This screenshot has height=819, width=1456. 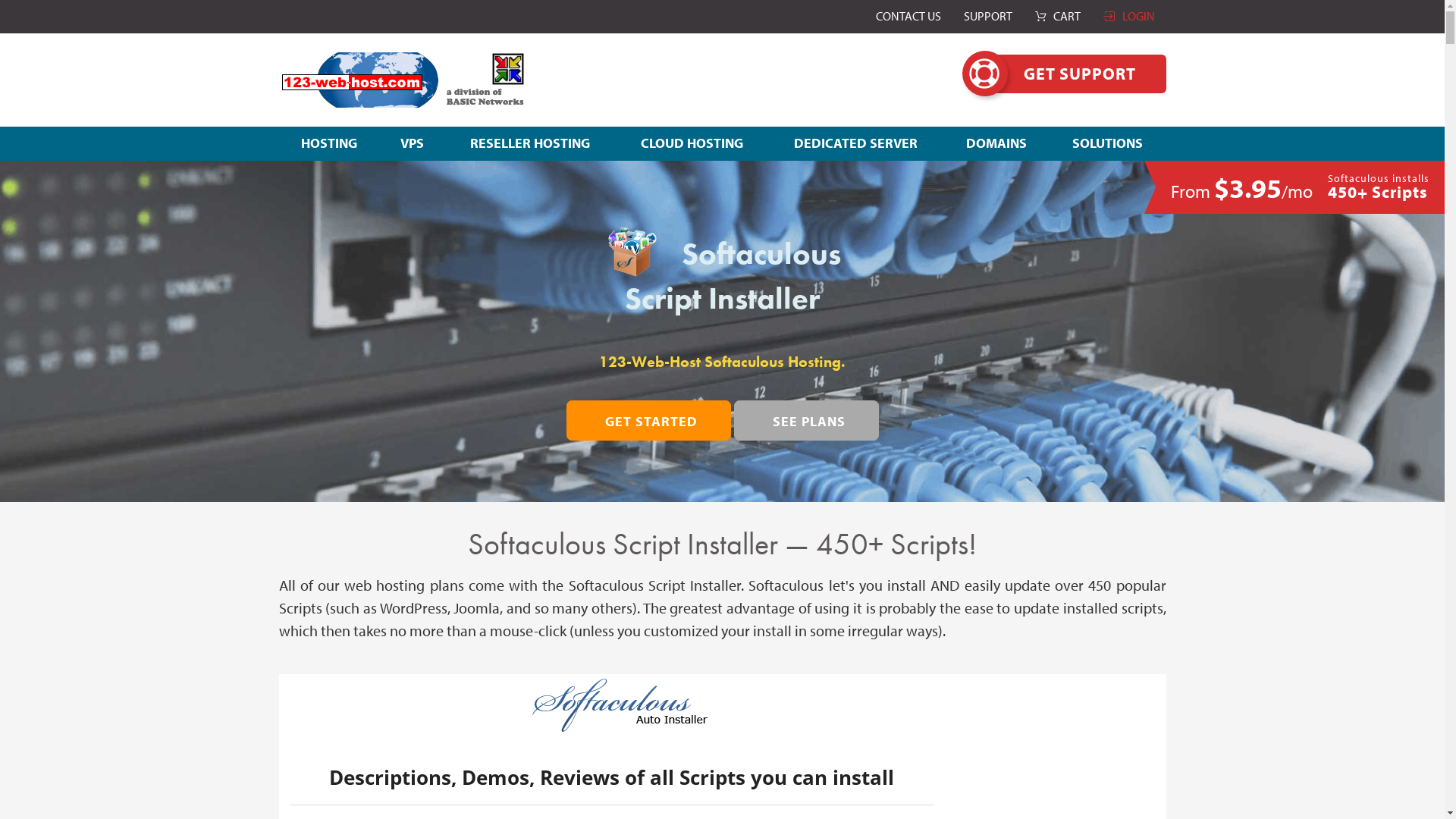 What do you see at coordinates (855, 143) in the screenshot?
I see `'DEDICATED SERVER'` at bounding box center [855, 143].